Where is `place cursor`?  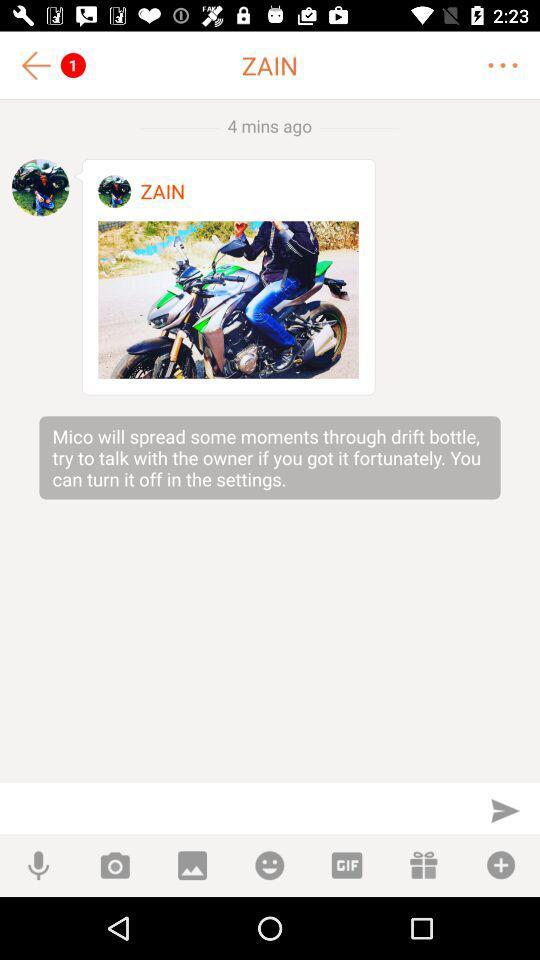
place cursor is located at coordinates (234, 808).